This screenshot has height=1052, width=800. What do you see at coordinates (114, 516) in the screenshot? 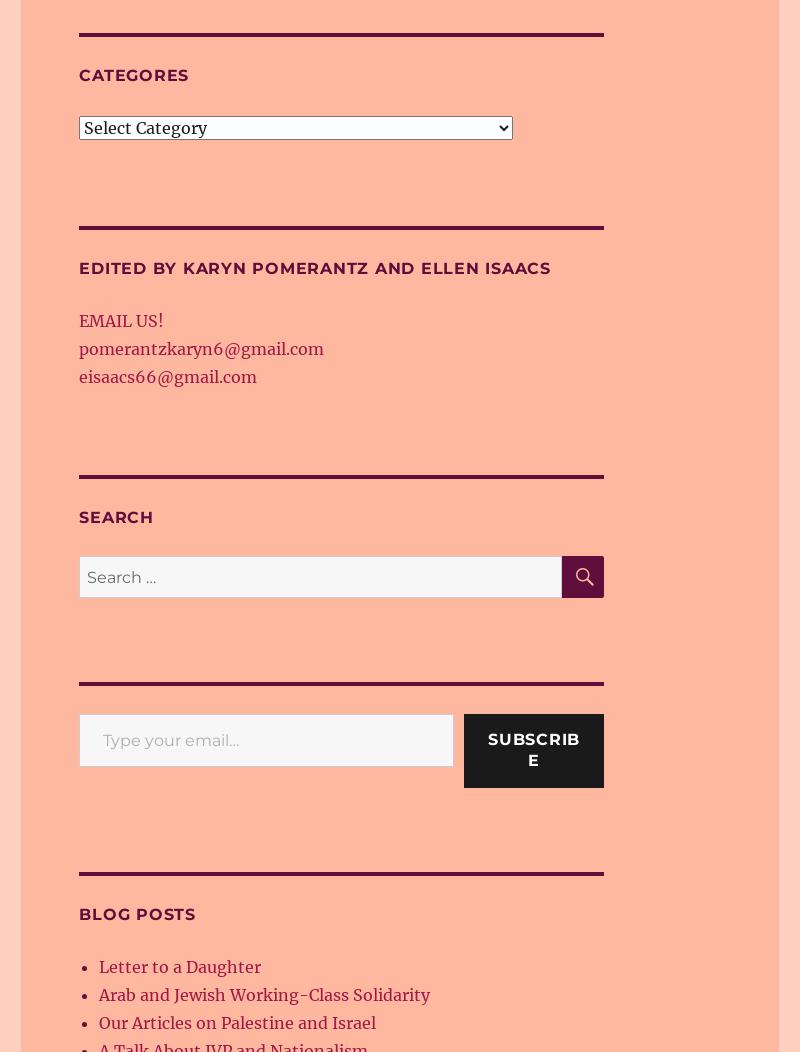
I see `'Search'` at bounding box center [114, 516].